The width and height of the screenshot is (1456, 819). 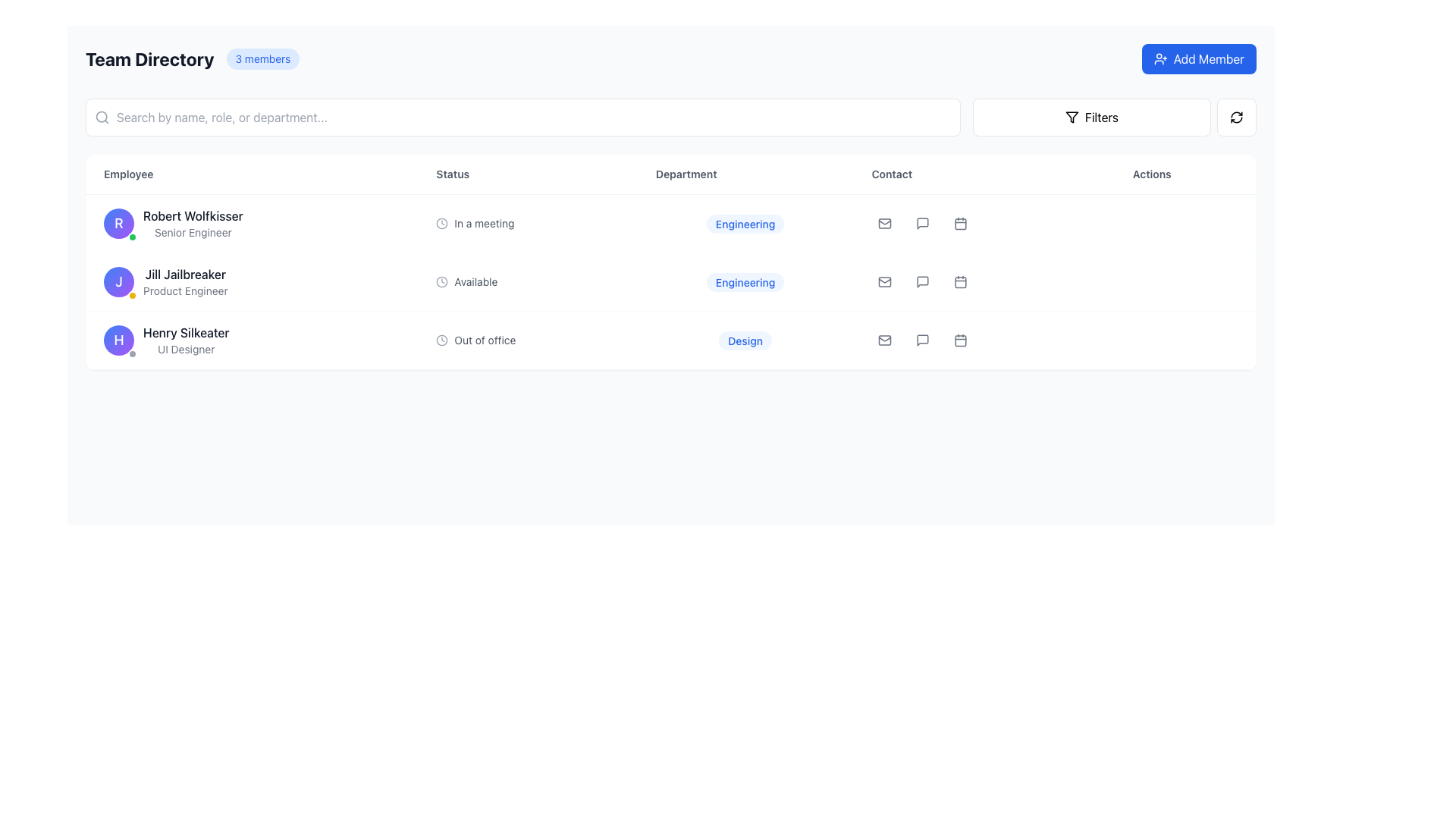 I want to click on the interactive SVG button in the third row of the 'Team Directory' table under the 'Actions' column, so click(x=959, y=282).